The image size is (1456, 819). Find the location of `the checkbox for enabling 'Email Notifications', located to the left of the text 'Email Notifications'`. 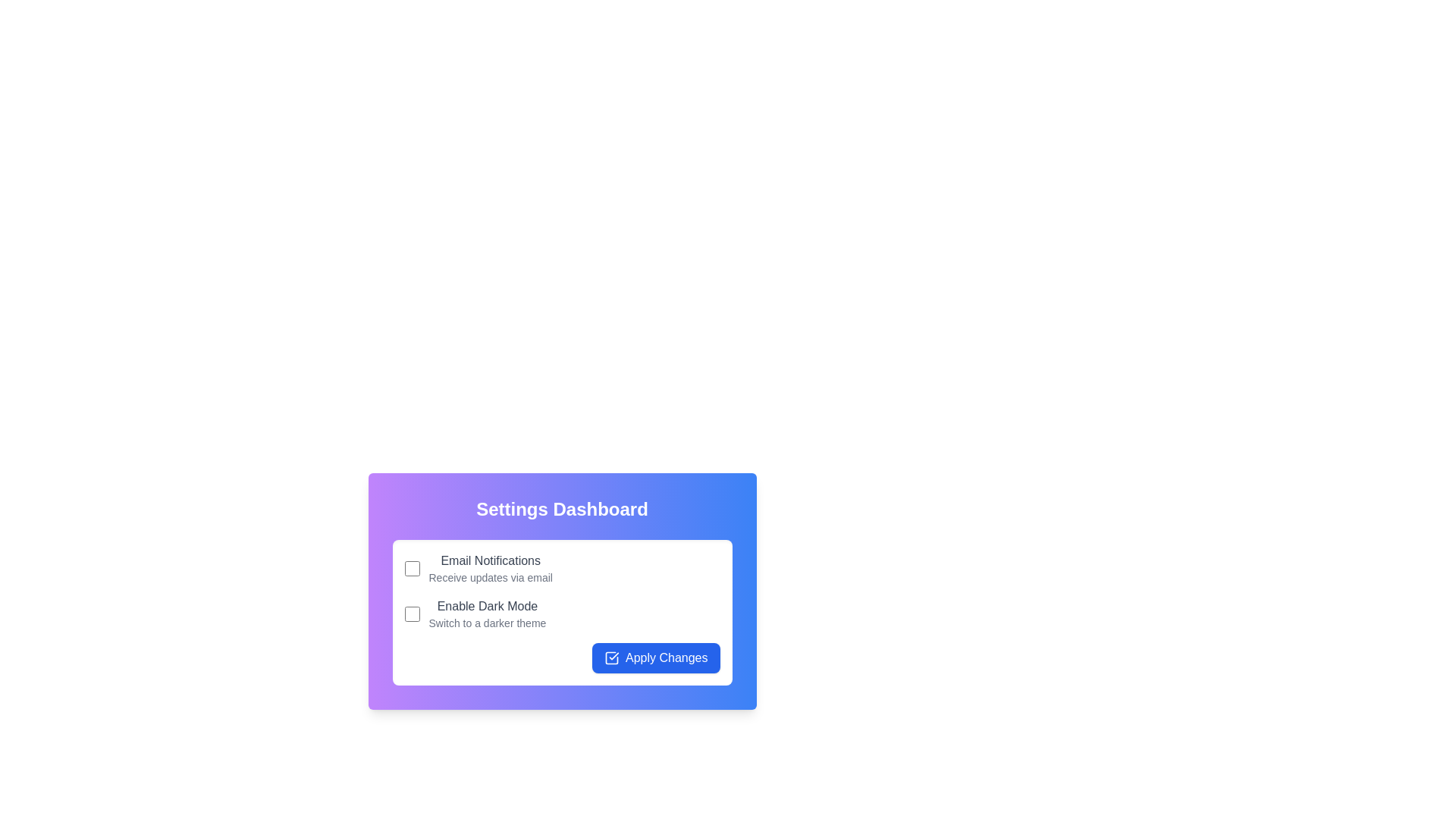

the checkbox for enabling 'Email Notifications', located to the left of the text 'Email Notifications' is located at coordinates (412, 568).